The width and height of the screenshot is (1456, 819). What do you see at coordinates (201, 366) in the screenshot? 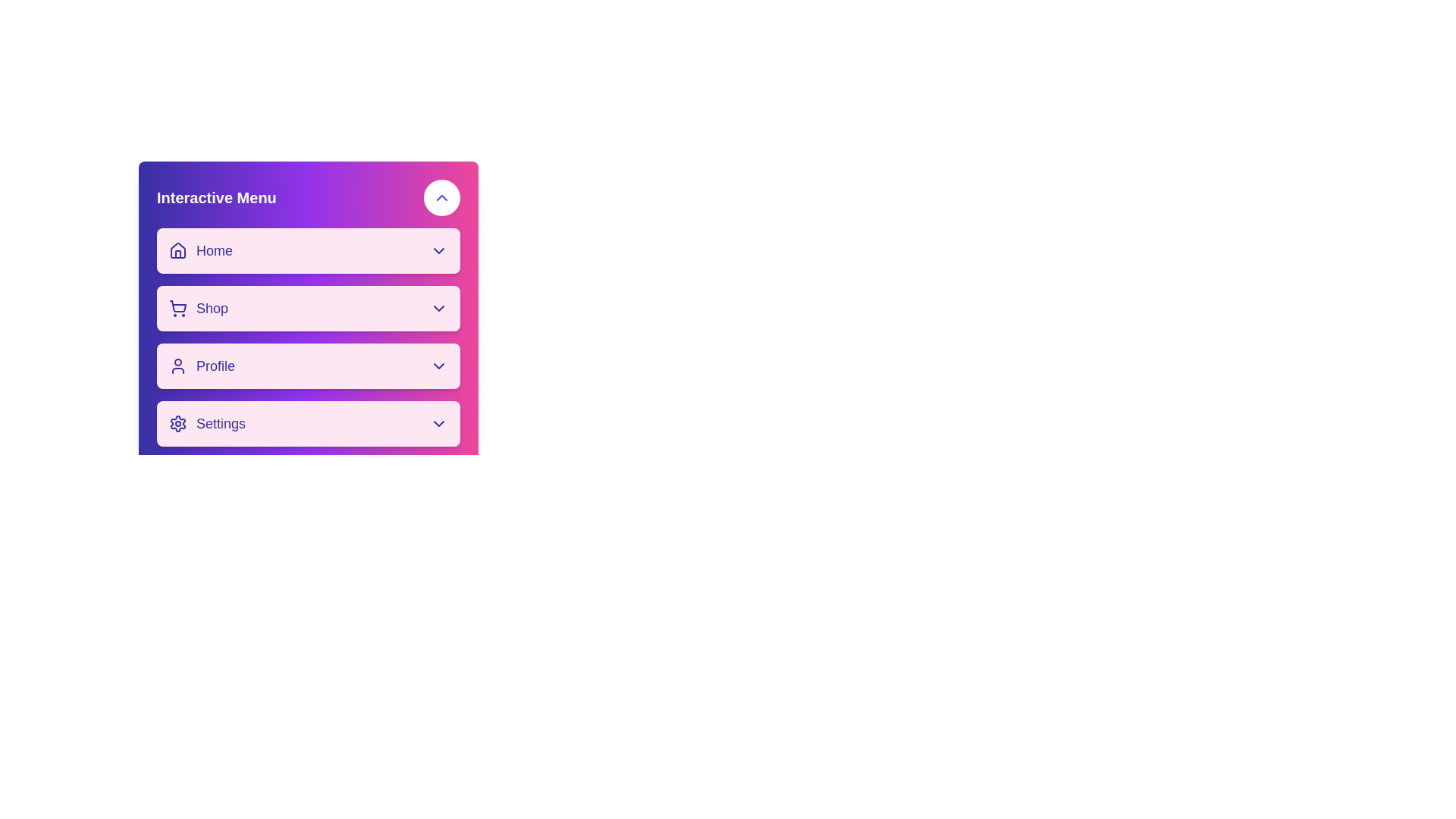
I see `the 'Profile' menu item, which is the third option in the interactive menu located between 'Shop' and 'Settings'` at bounding box center [201, 366].